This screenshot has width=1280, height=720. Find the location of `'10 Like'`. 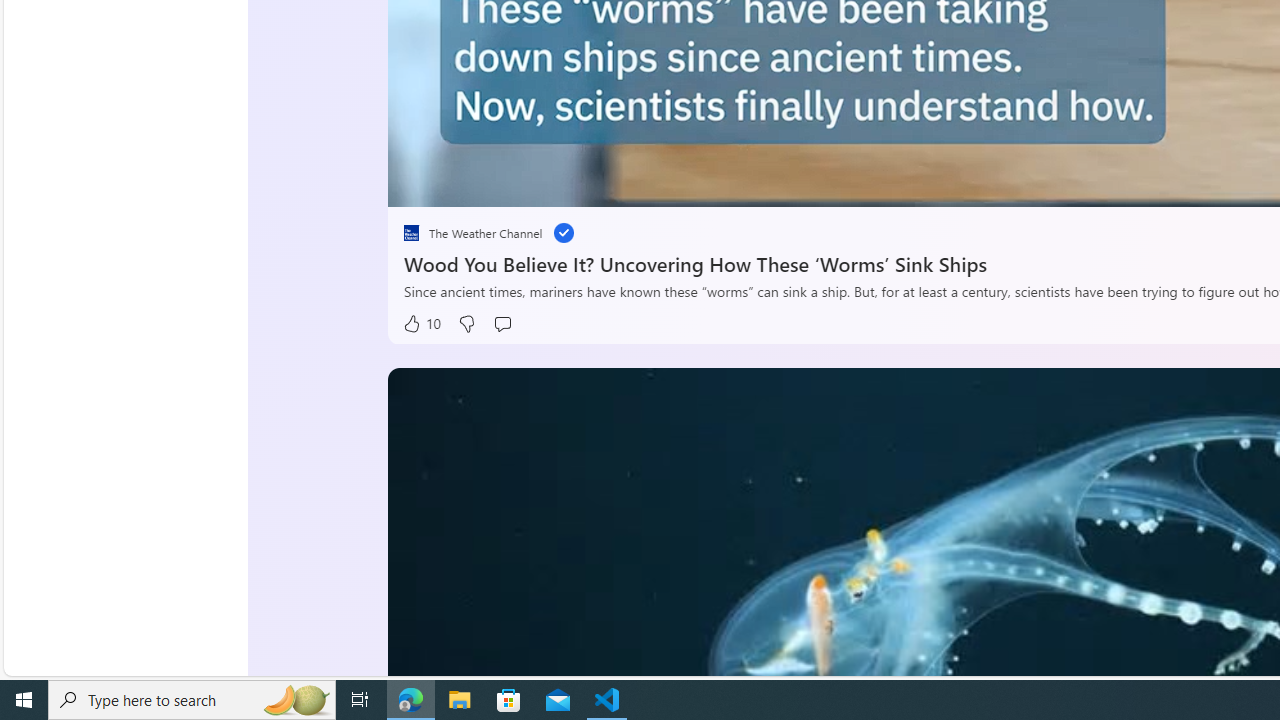

'10 Like' is located at coordinates (421, 323).